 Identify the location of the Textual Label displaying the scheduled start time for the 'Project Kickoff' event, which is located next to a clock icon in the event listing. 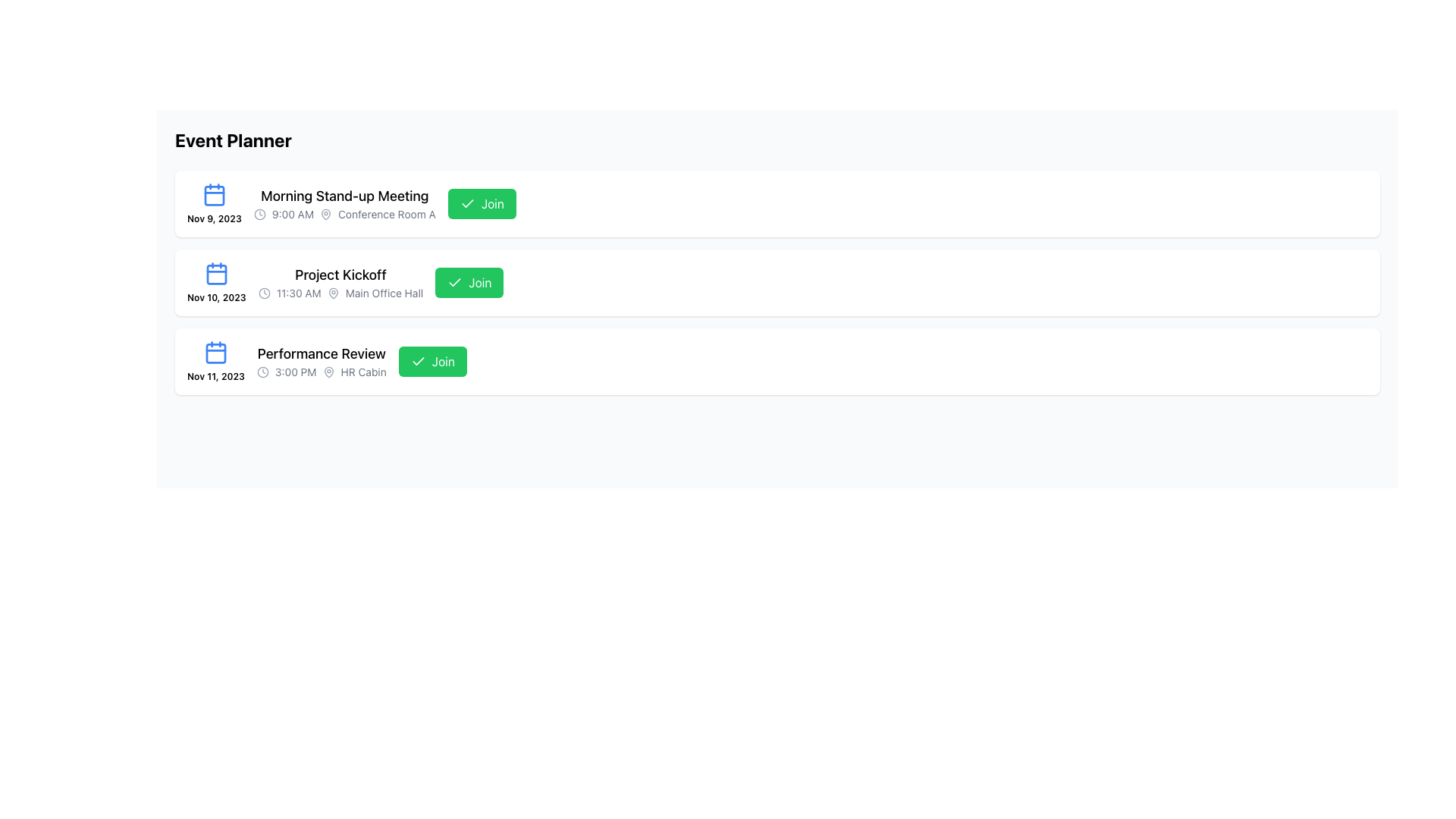
(299, 293).